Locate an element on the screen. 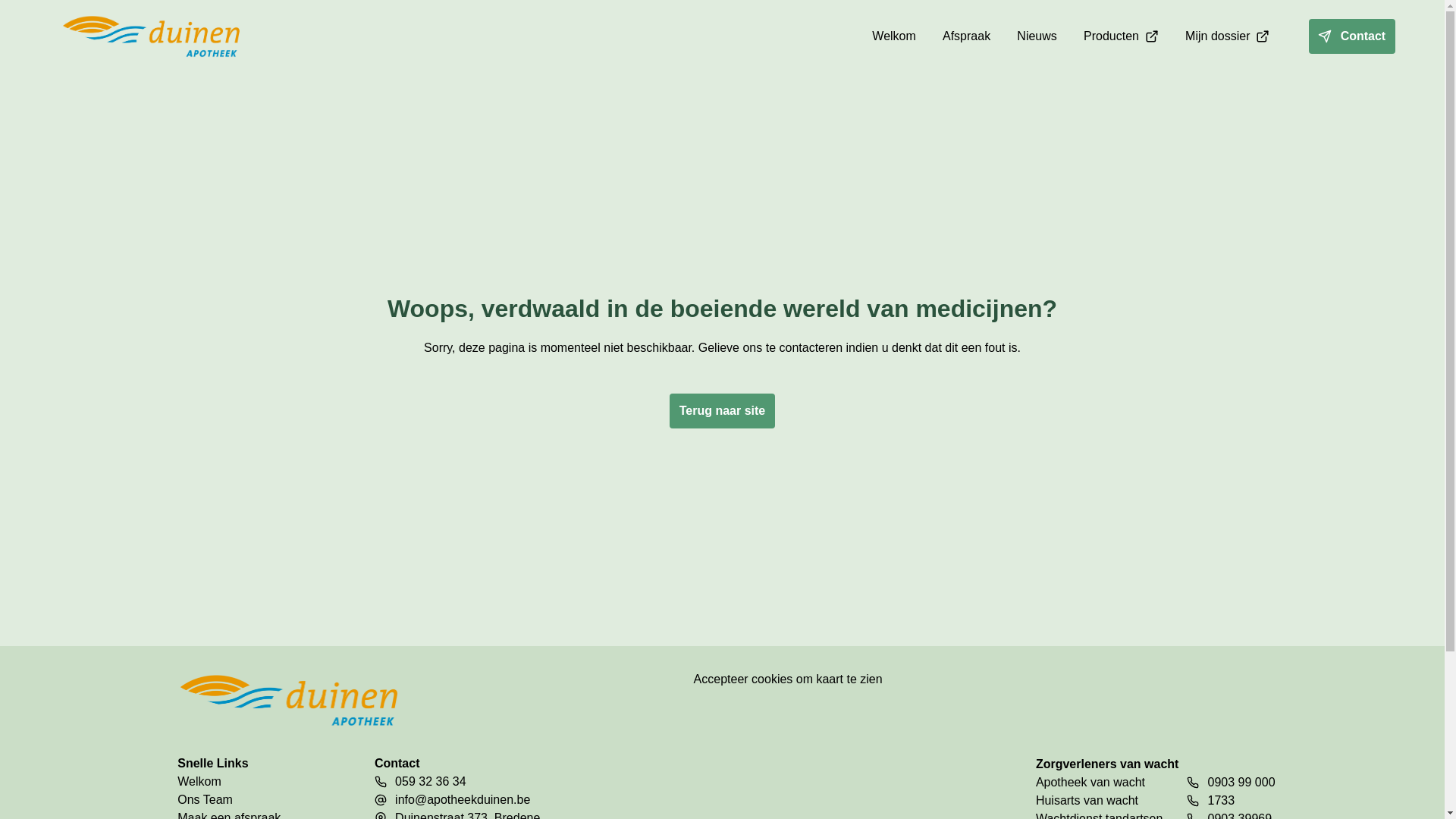 Image resolution: width=1456 pixels, height=819 pixels. 'Apotheek van wacht' is located at coordinates (1099, 783).